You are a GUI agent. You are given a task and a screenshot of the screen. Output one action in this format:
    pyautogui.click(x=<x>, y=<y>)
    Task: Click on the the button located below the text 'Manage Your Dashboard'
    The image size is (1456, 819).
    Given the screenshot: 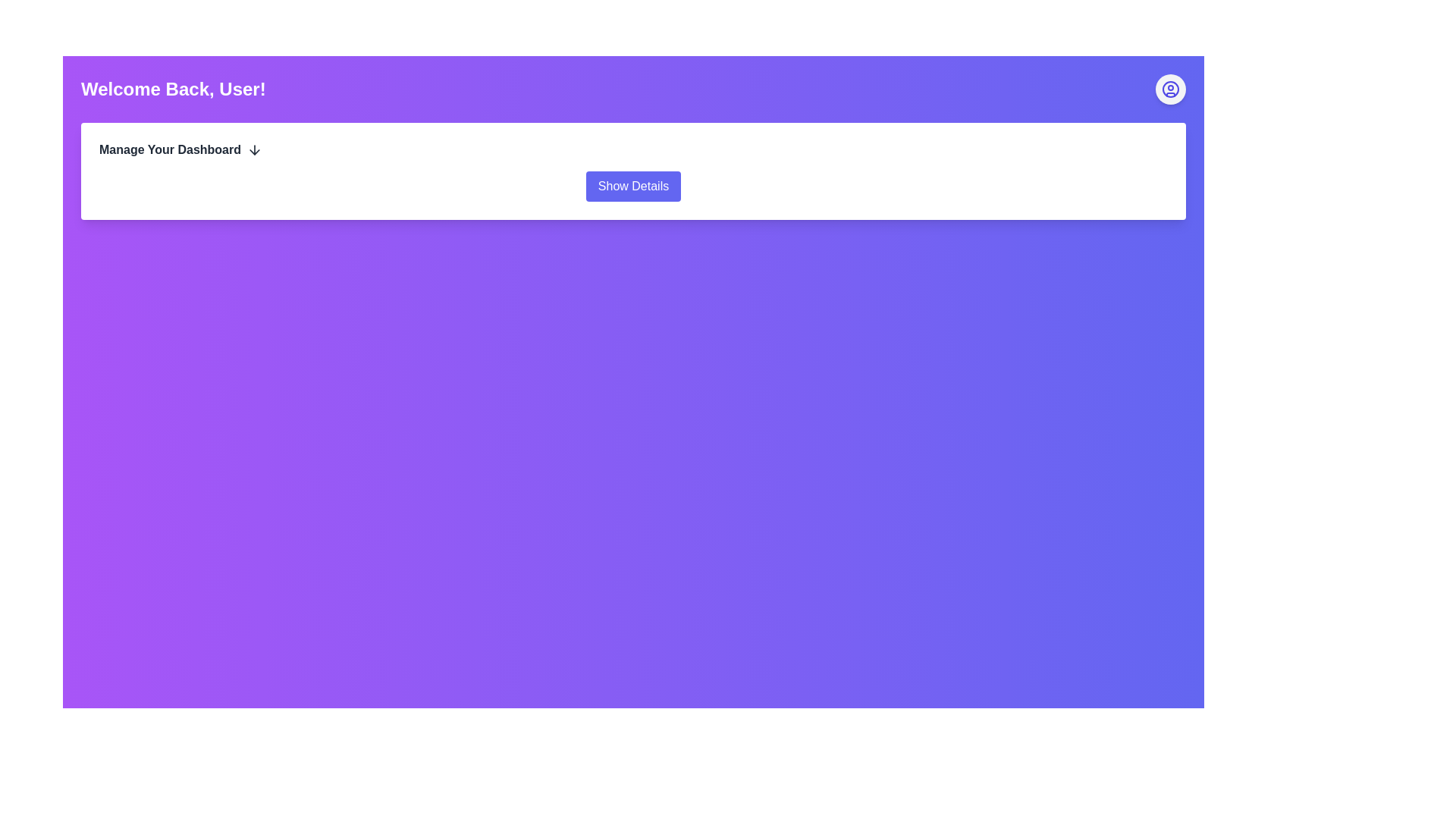 What is the action you would take?
    pyautogui.click(x=633, y=186)
    